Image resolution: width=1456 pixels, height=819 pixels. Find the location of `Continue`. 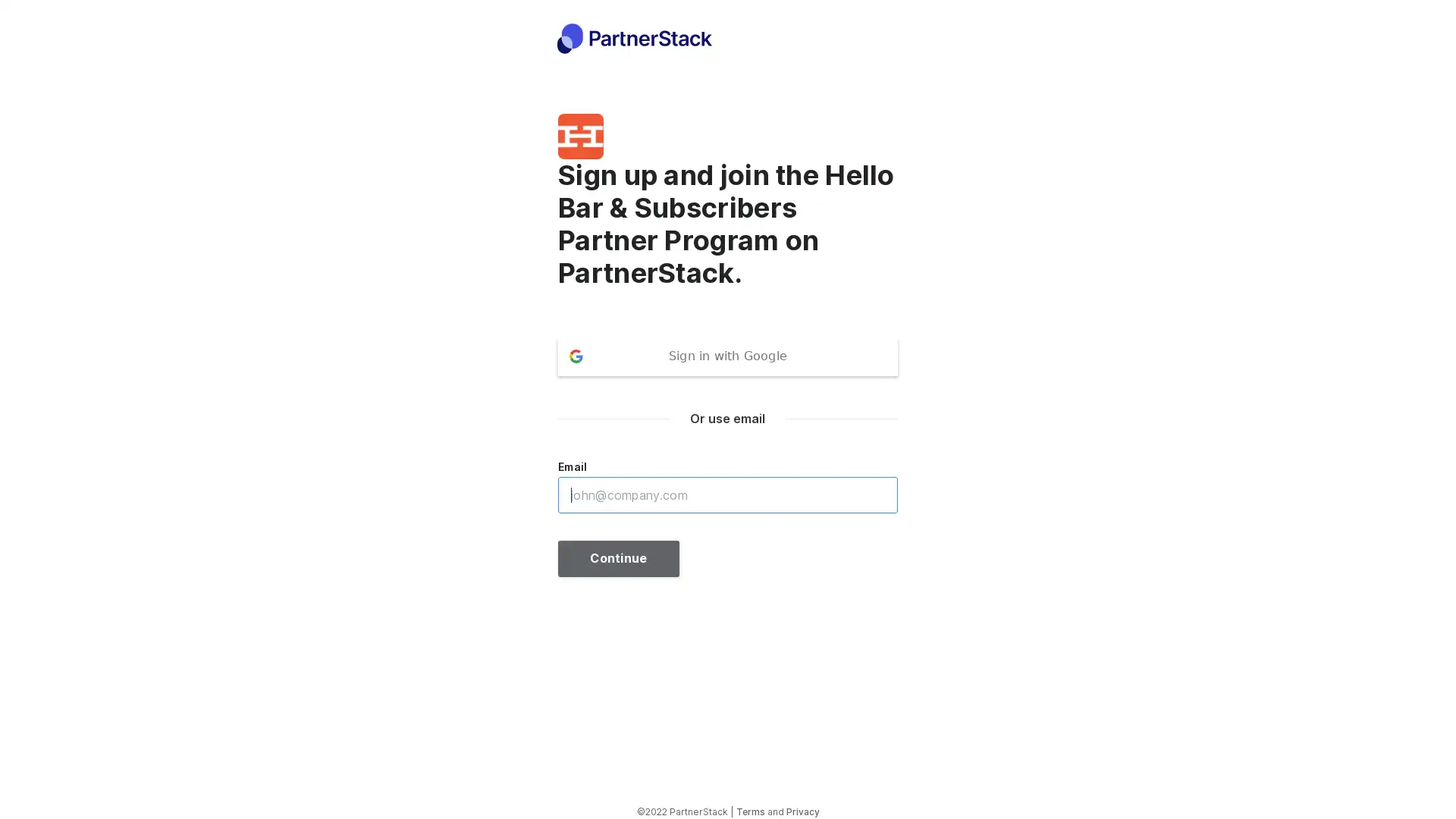

Continue is located at coordinates (619, 558).